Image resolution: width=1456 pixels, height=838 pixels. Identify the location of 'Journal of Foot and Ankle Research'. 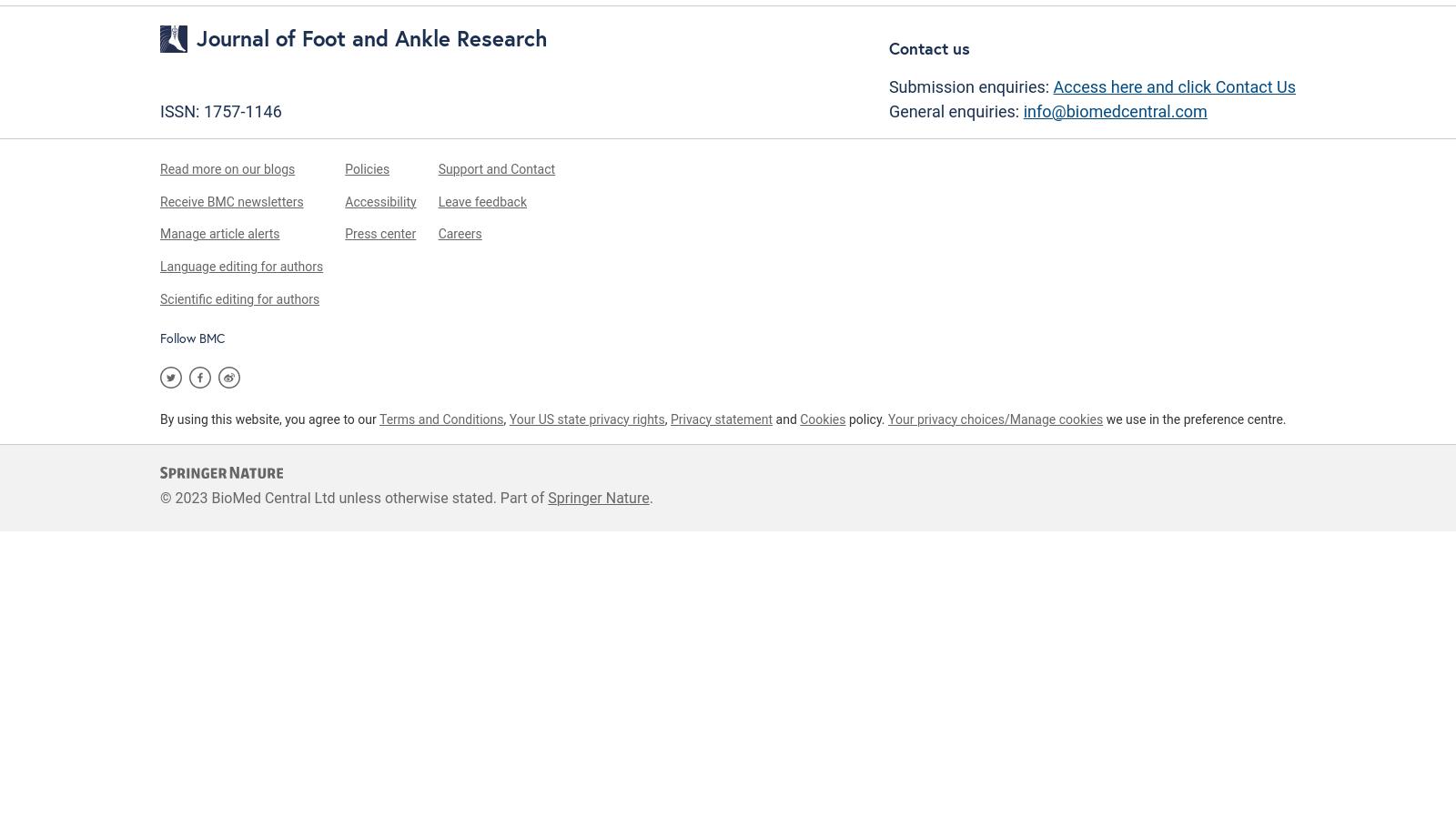
(370, 38).